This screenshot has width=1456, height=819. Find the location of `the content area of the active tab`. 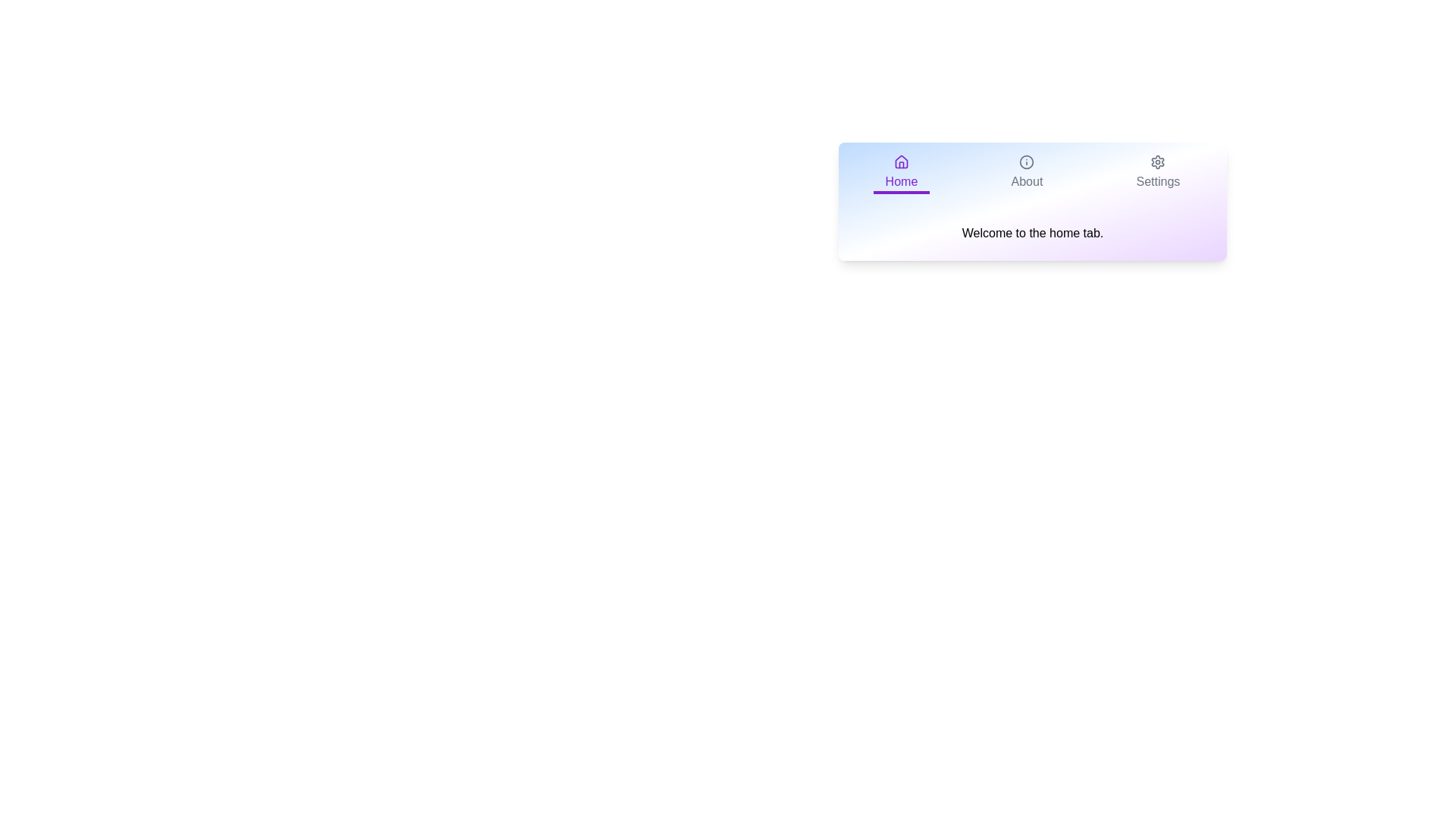

the content area of the active tab is located at coordinates (1032, 234).